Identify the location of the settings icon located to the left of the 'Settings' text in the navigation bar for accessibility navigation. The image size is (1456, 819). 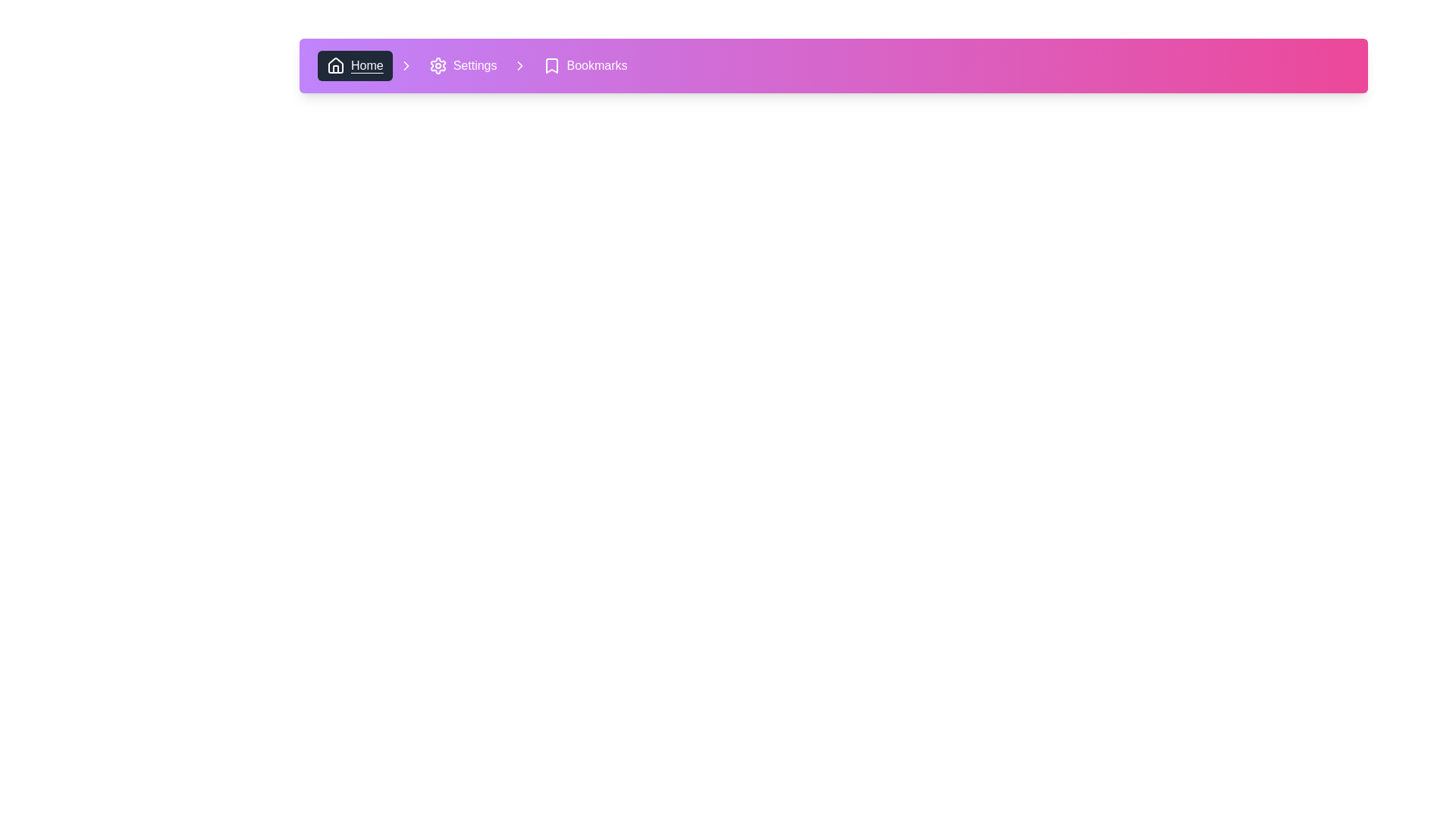
(437, 65).